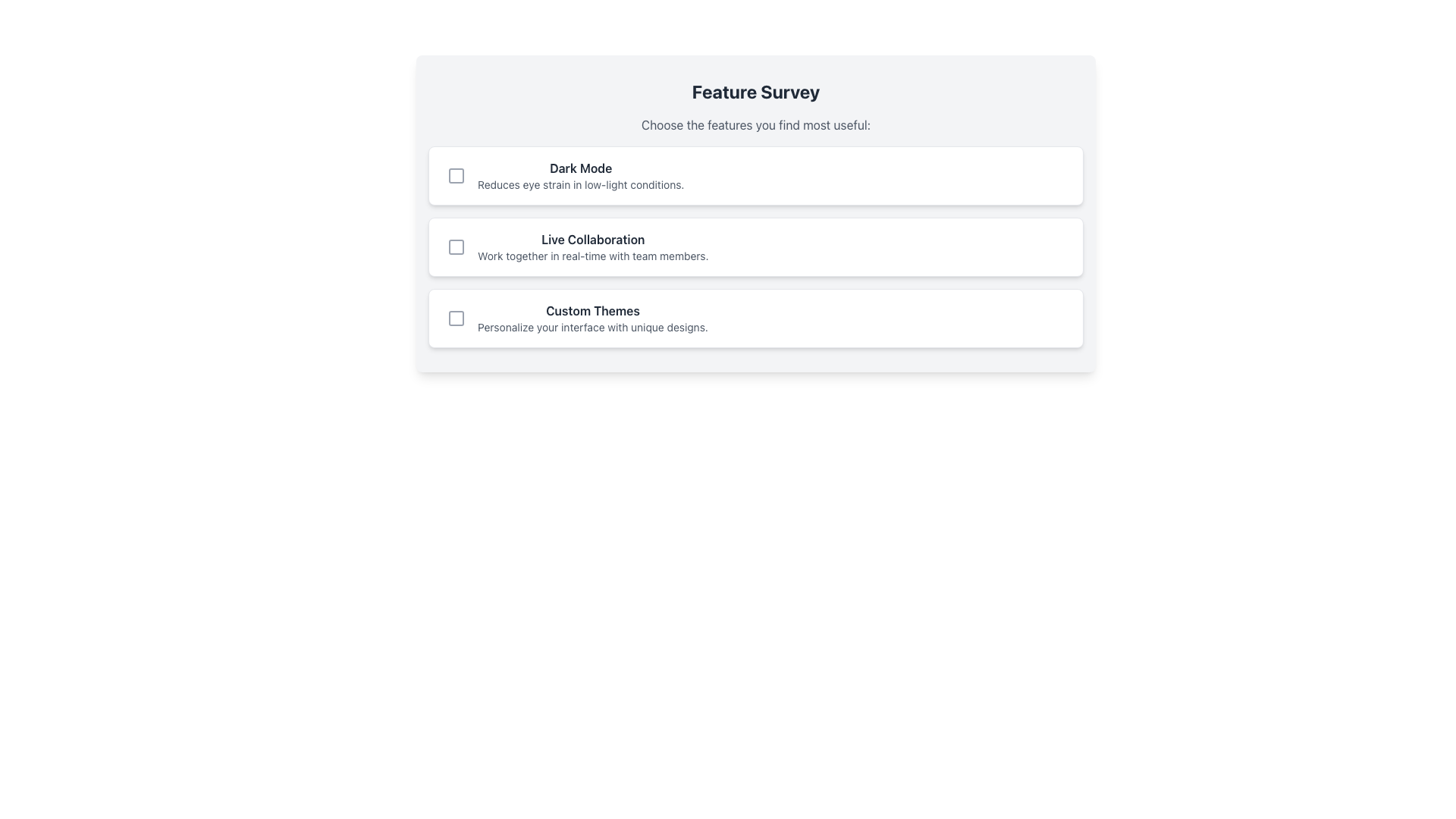  I want to click on the SVG component indicating the selected or unselected state of the second option in the vertical list, which is positioned to the left of the text 'Live Collaboration', so click(455, 246).